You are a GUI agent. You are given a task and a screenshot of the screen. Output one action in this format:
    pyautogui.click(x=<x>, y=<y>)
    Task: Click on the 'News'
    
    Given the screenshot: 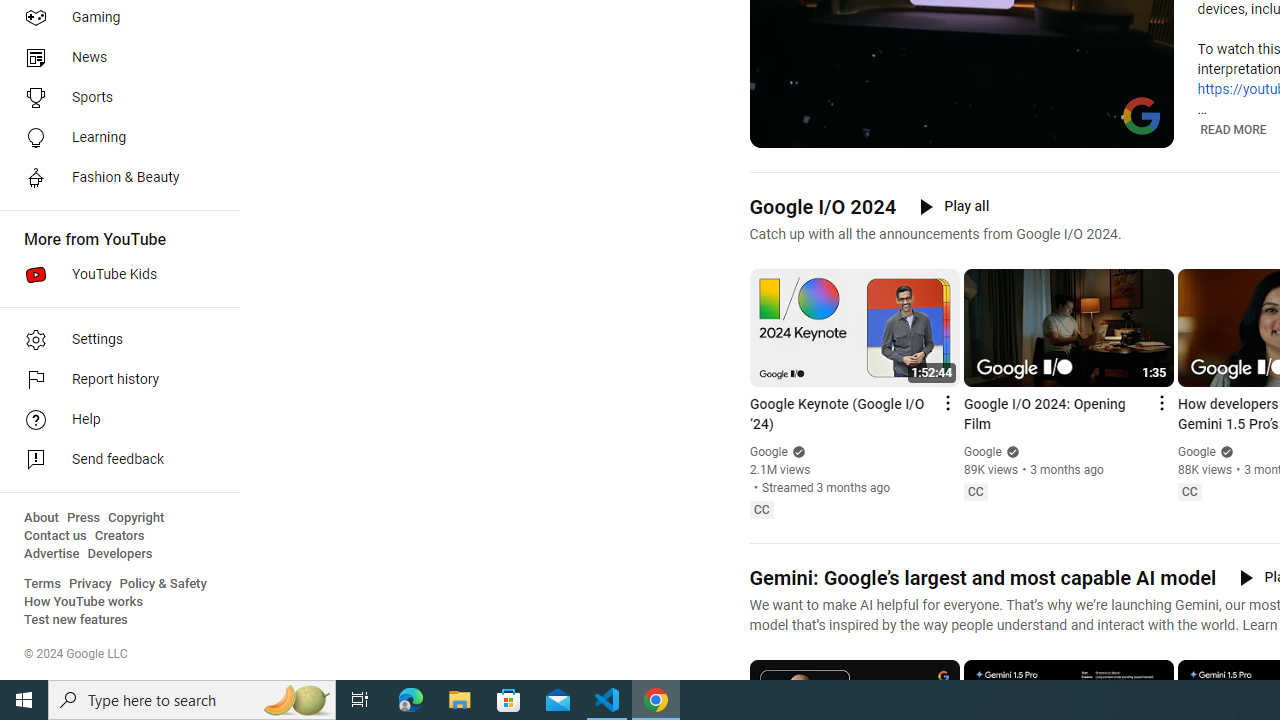 What is the action you would take?
    pyautogui.click(x=112, y=56)
    